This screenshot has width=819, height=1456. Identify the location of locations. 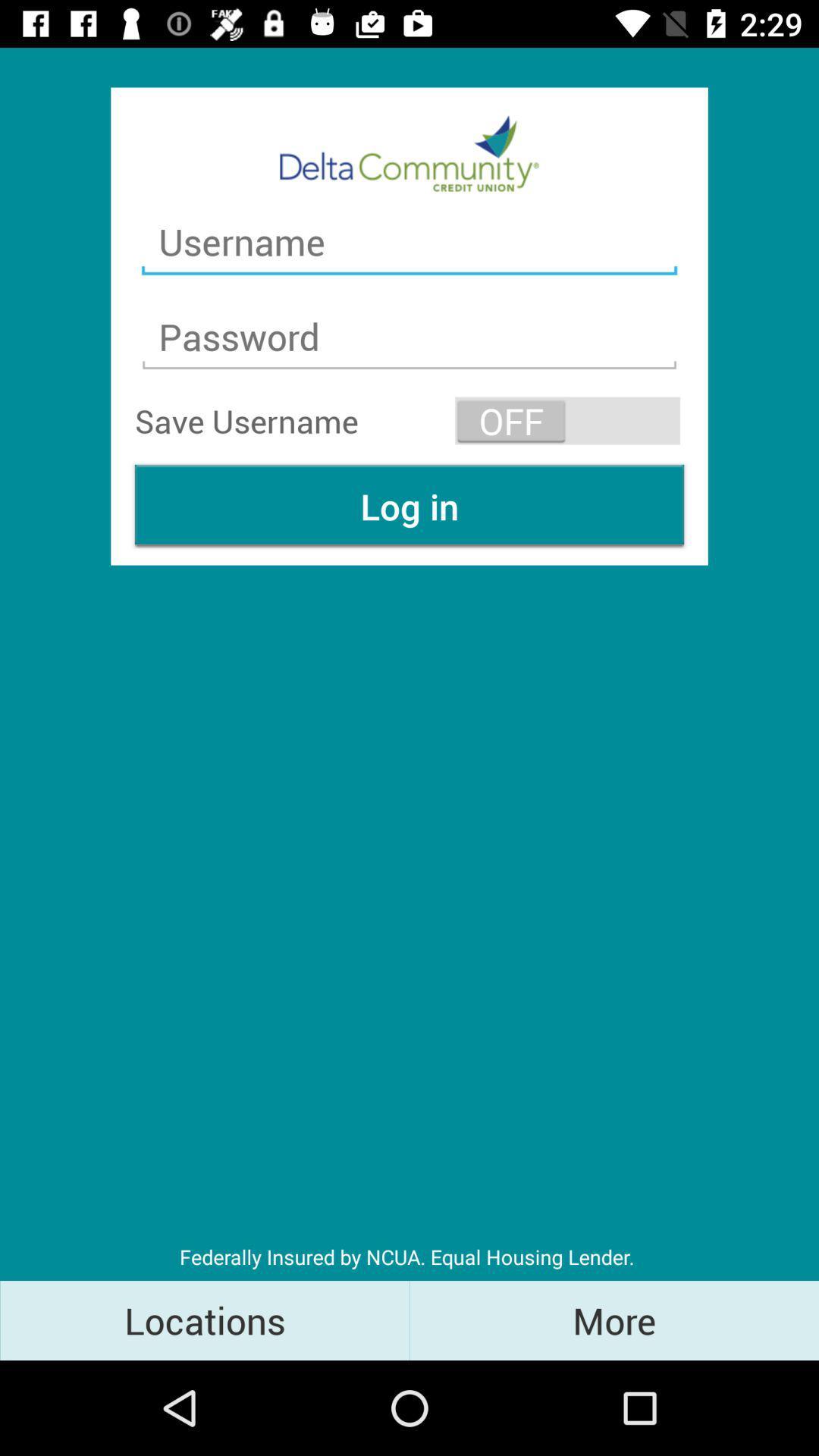
(205, 1319).